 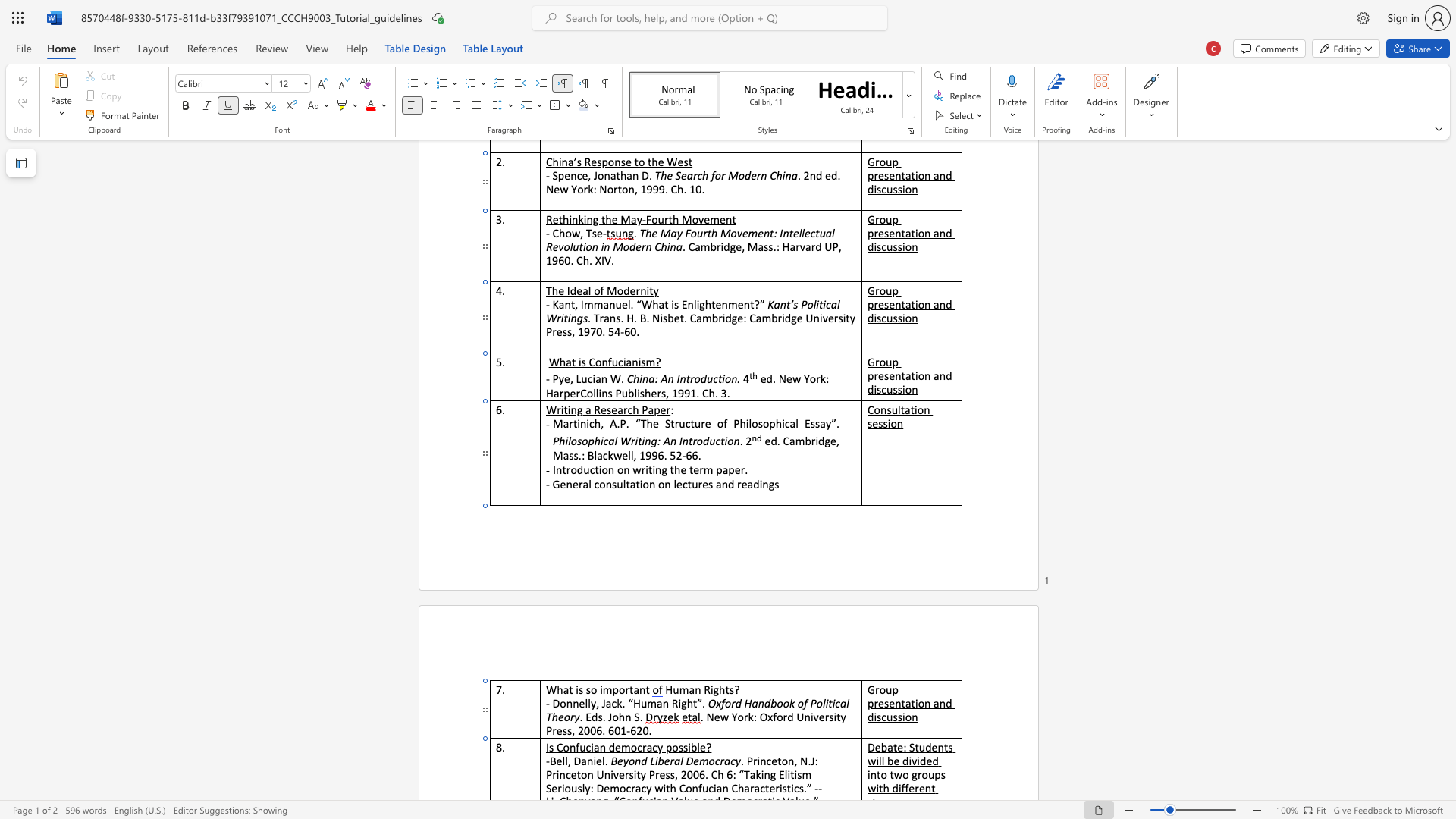 I want to click on the 1th character "h" in the text, so click(x=622, y=717).